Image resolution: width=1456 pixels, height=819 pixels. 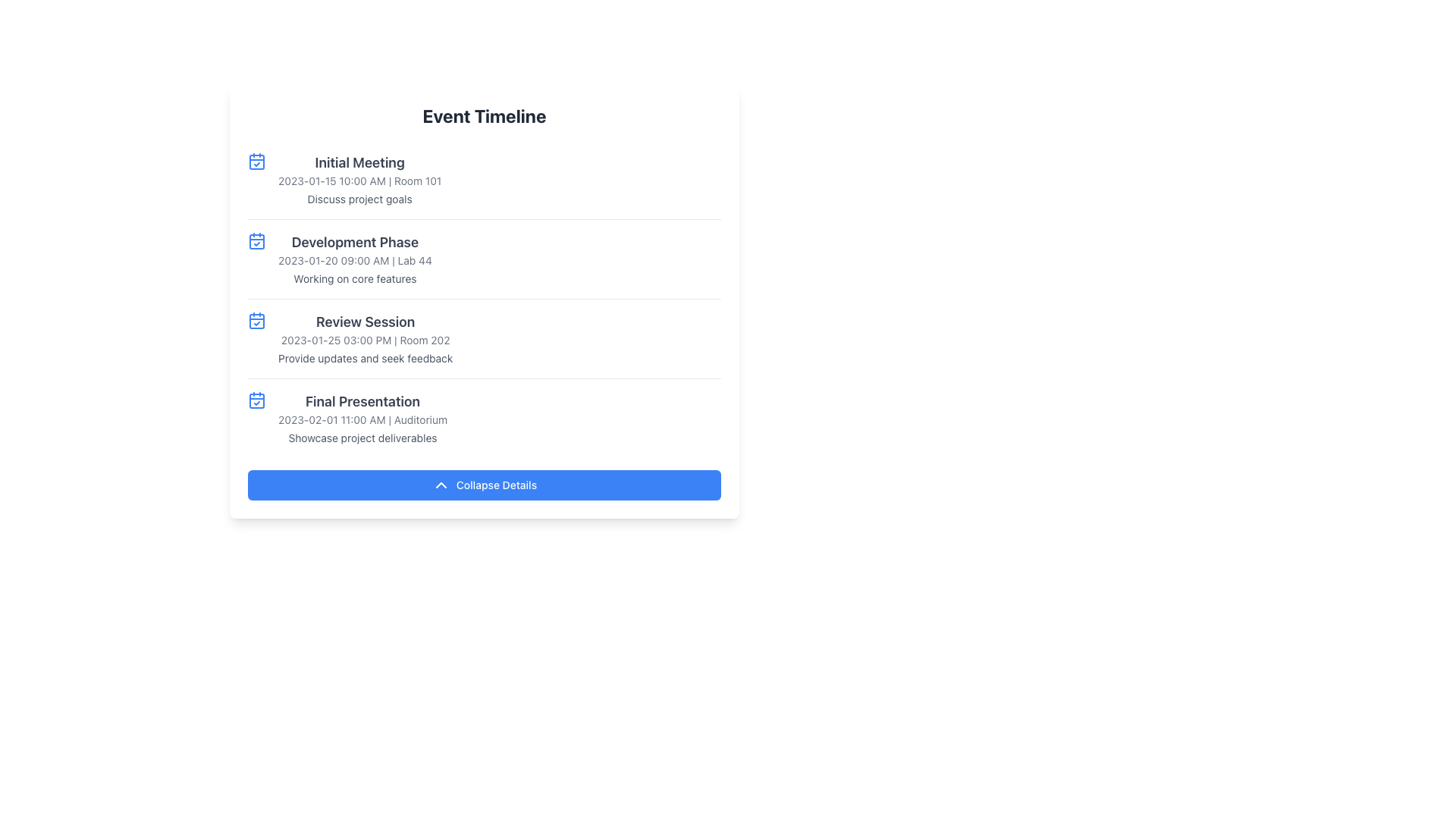 I want to click on the calendar icon with a checkmark styled in blue, located next to the 'Initial Meeting' entry in the vertical event timeline, so click(x=257, y=161).